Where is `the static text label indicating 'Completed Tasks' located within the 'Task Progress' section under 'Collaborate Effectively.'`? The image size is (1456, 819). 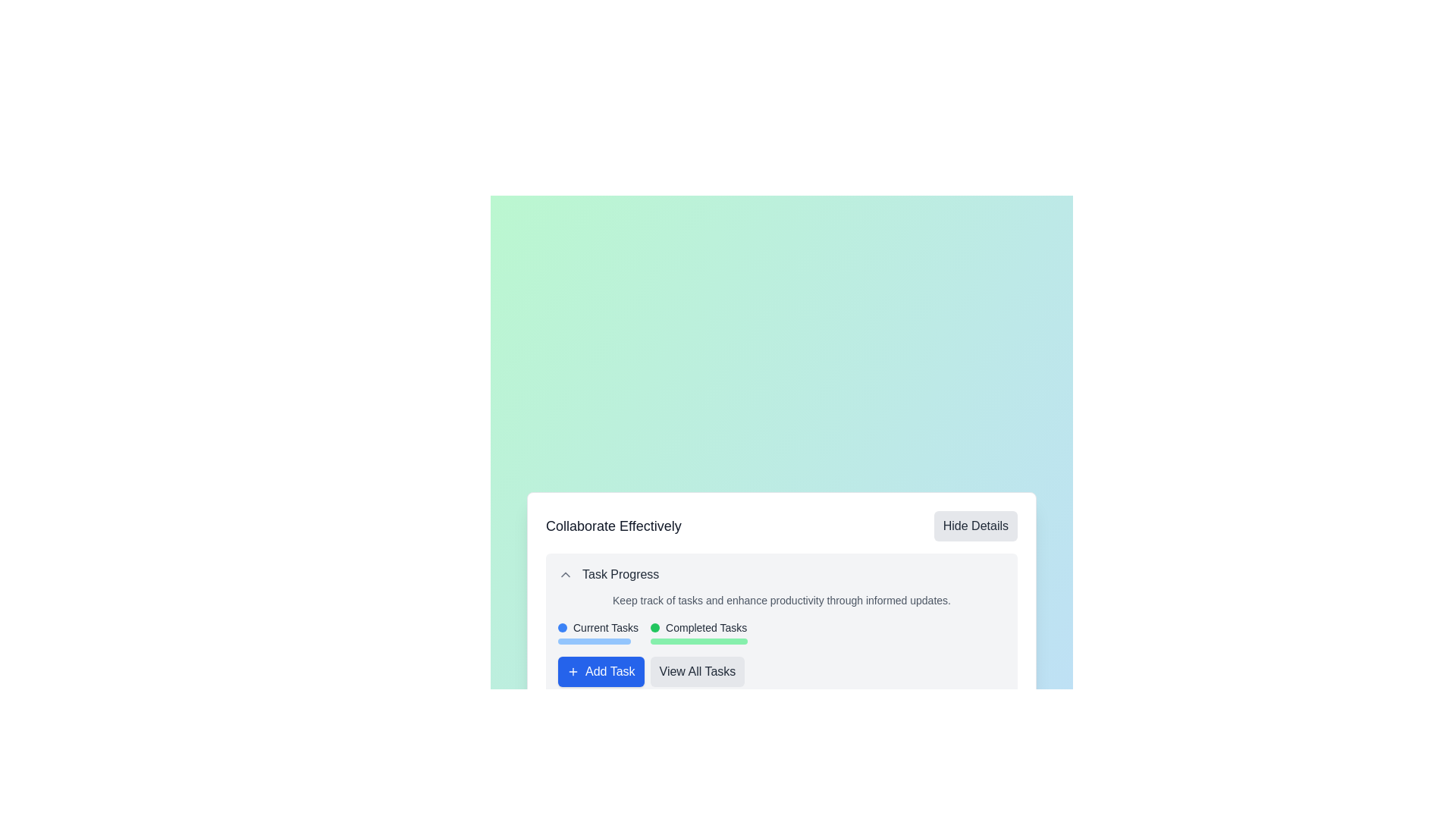 the static text label indicating 'Completed Tasks' located within the 'Task Progress' section under 'Collaborate Effectively.' is located at coordinates (705, 628).